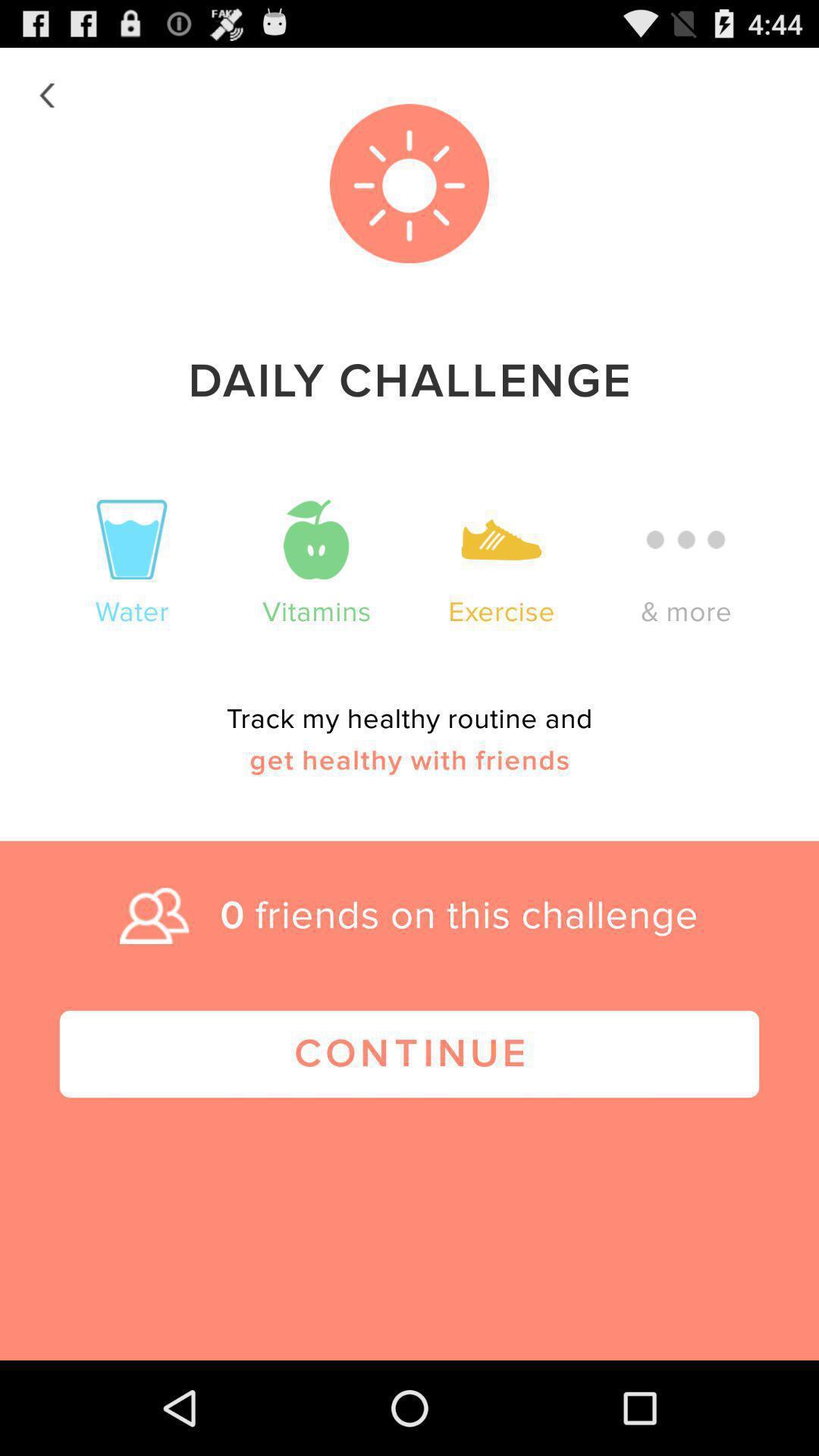 The height and width of the screenshot is (1456, 819). What do you see at coordinates (46, 101) in the screenshot?
I see `the arrow_backward icon` at bounding box center [46, 101].